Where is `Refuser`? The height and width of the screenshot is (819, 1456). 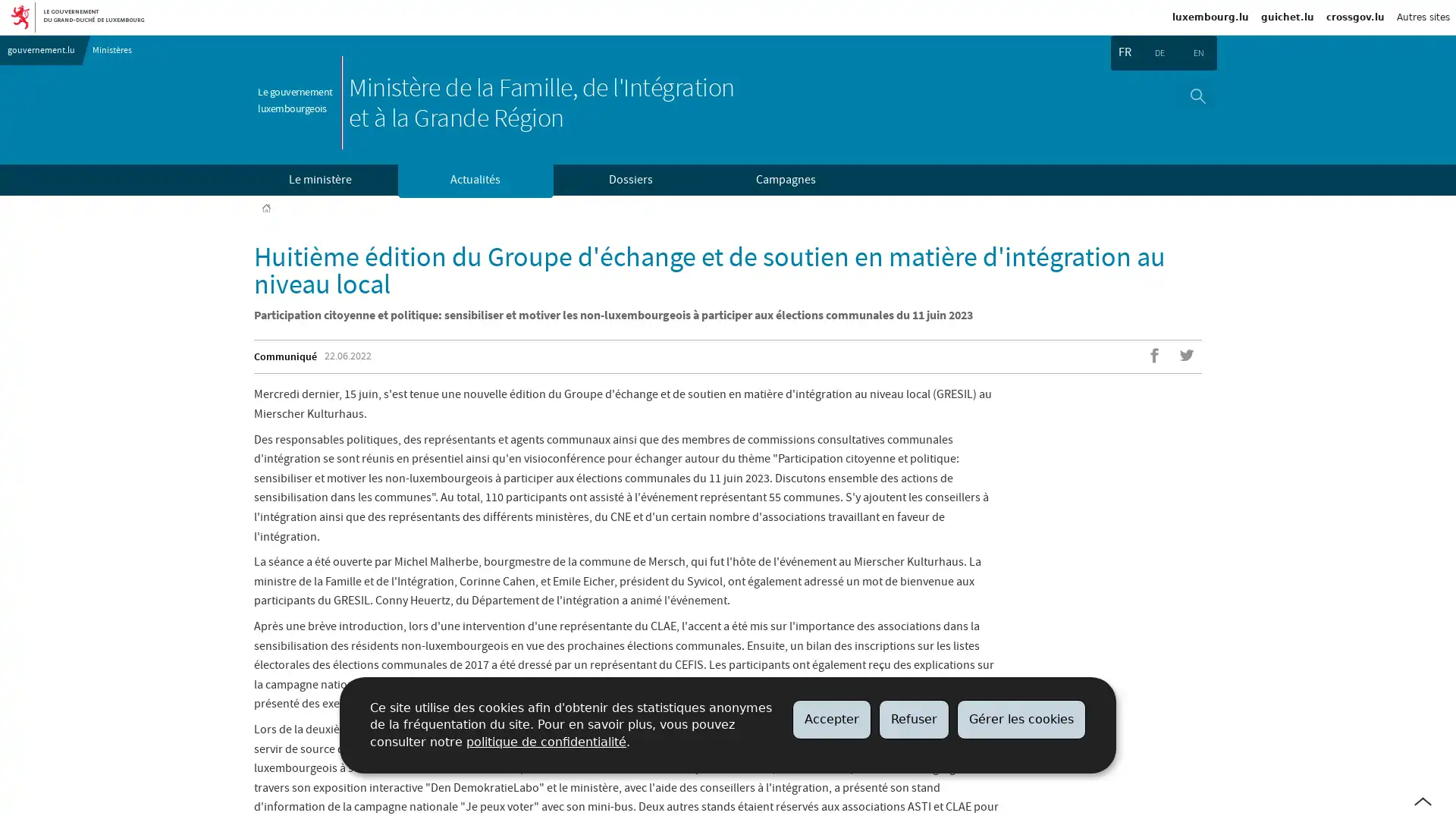 Refuser is located at coordinates (913, 718).